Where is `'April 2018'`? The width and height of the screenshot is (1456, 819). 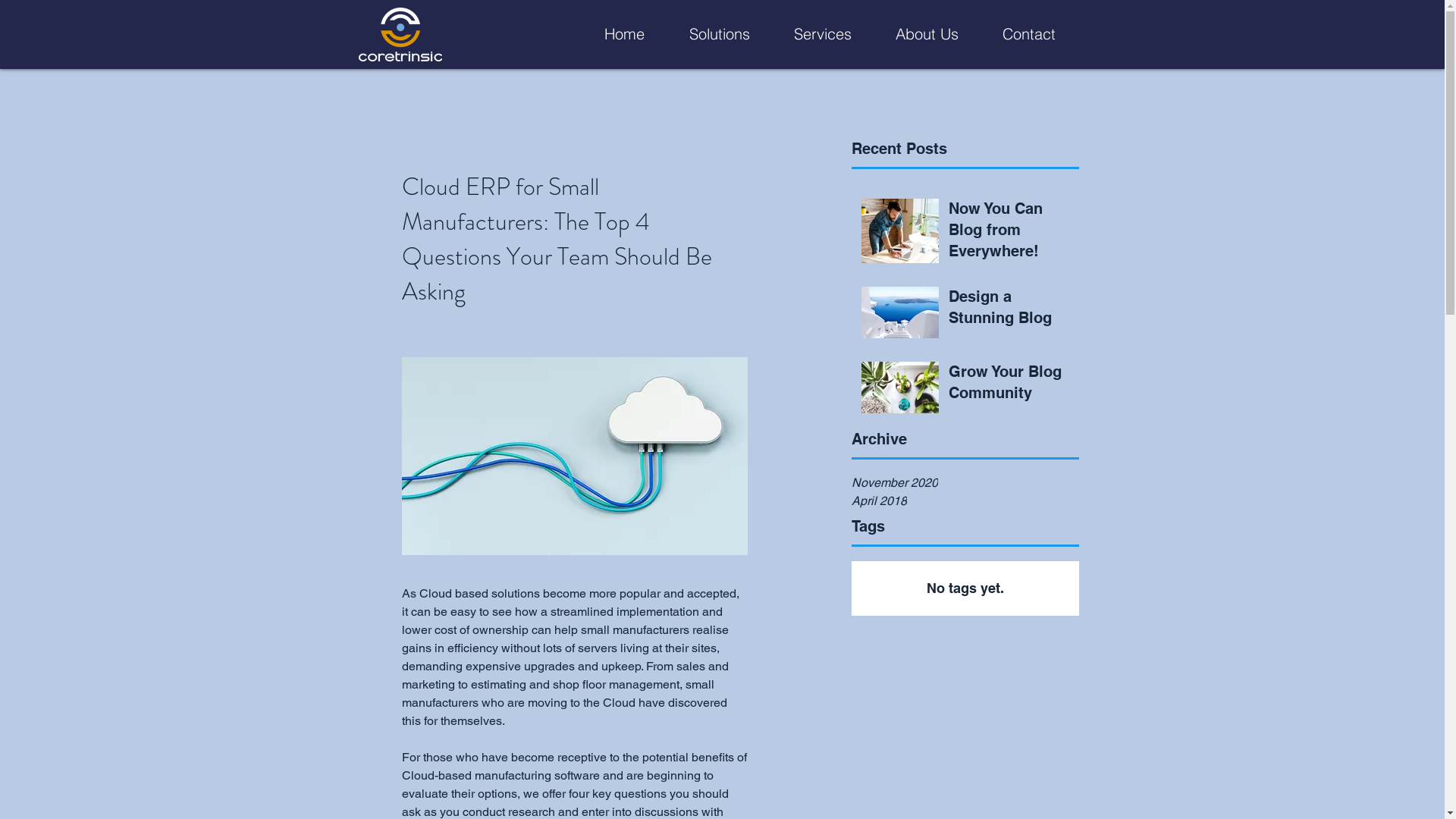
'April 2018' is located at coordinates (964, 500).